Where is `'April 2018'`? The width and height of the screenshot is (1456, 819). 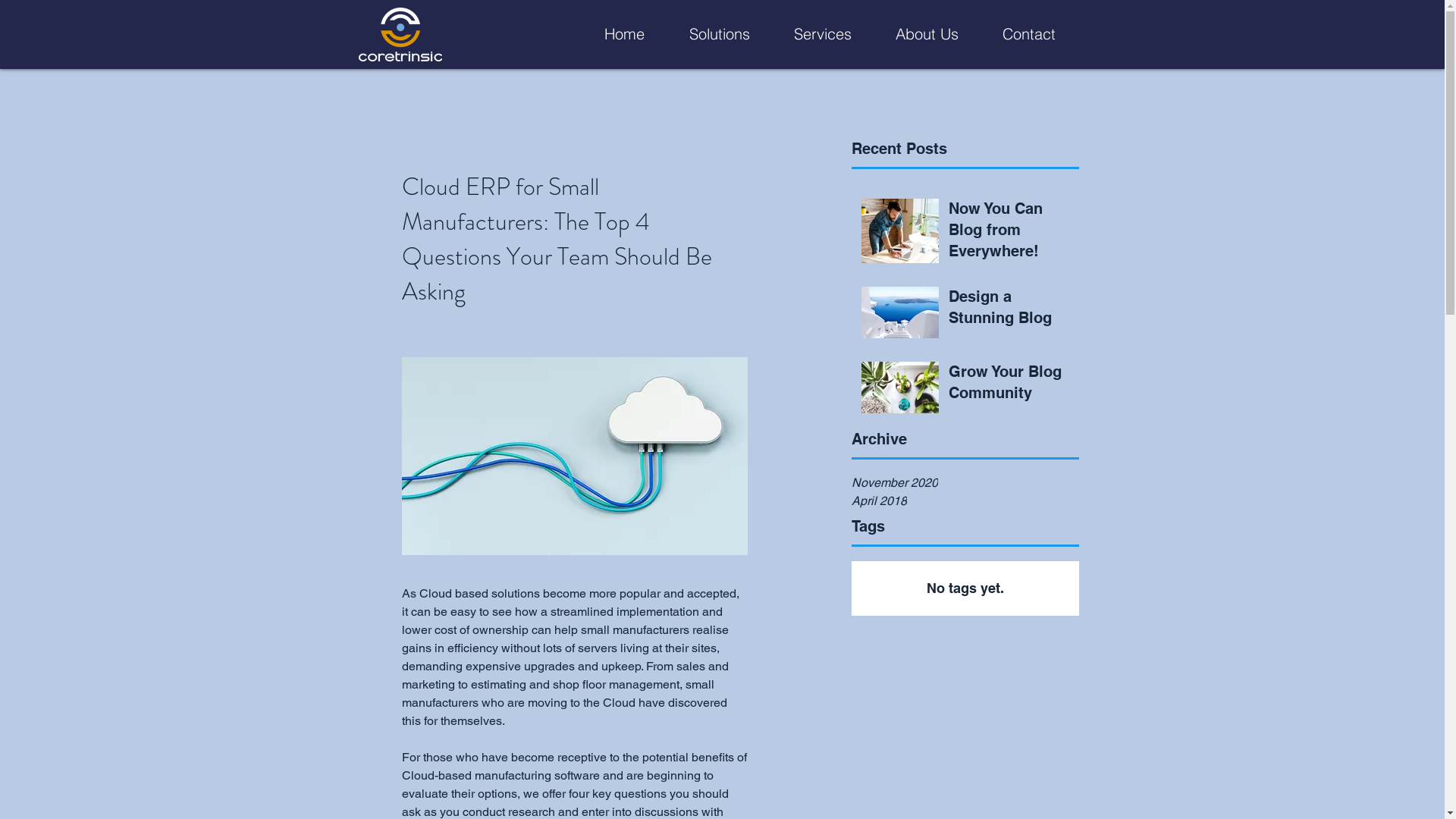
'April 2018' is located at coordinates (964, 500).